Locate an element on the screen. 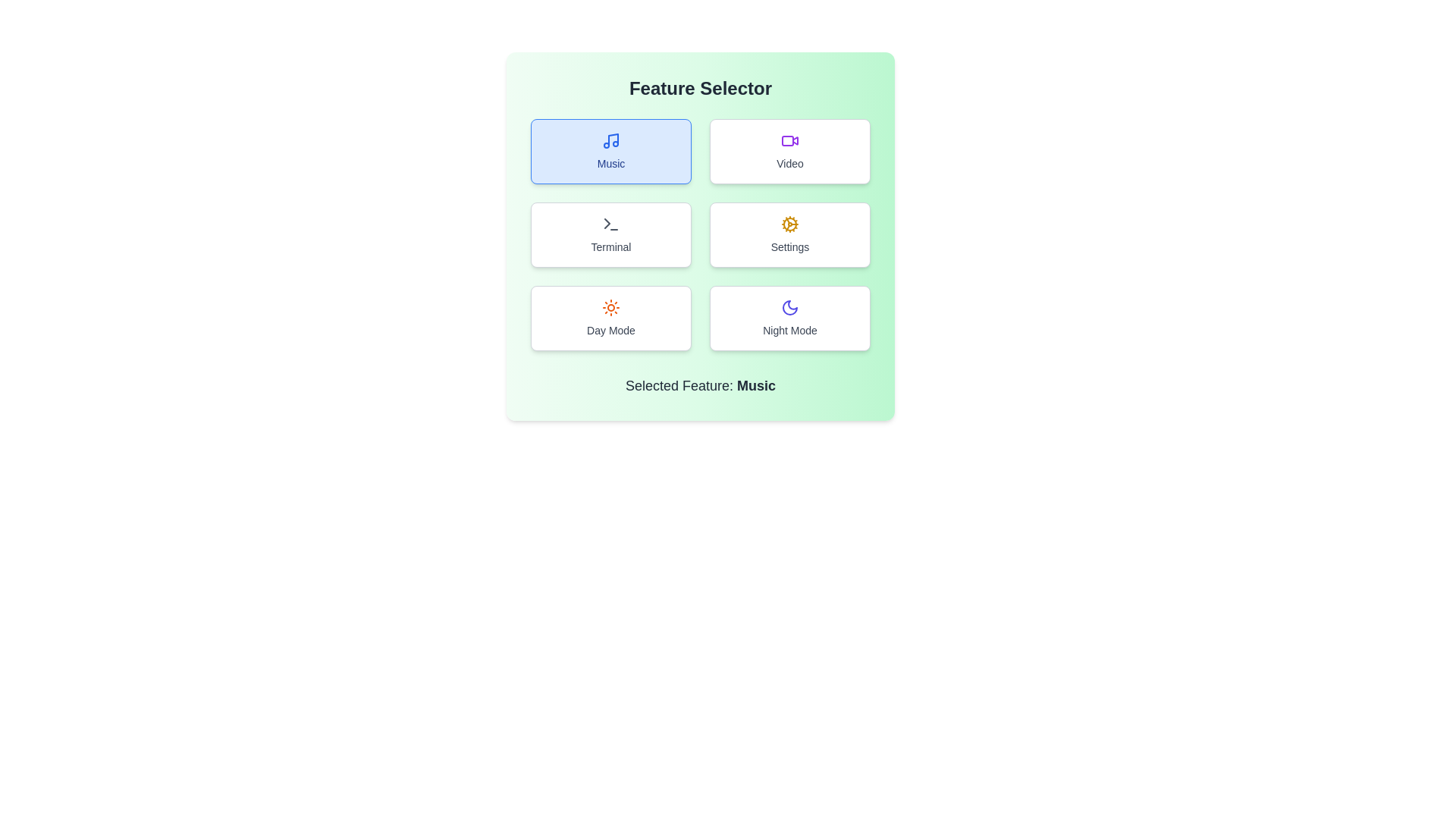 This screenshot has height=819, width=1456. the rectangular button with rounded corners featuring a purple camera icon and the label 'Video' to observe the highlight effect is located at coordinates (789, 152).